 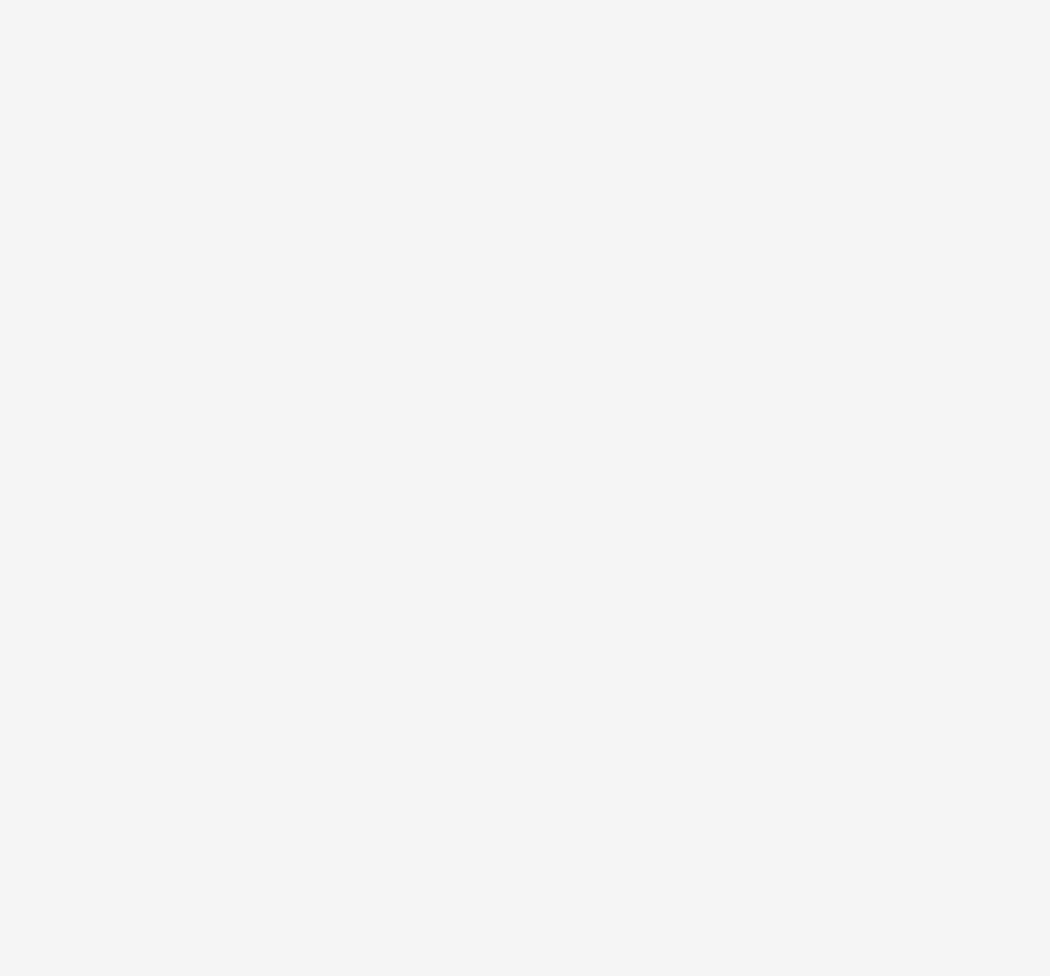 I want to click on 'Amphigori man 1 hd 720p', so click(x=274, y=780).